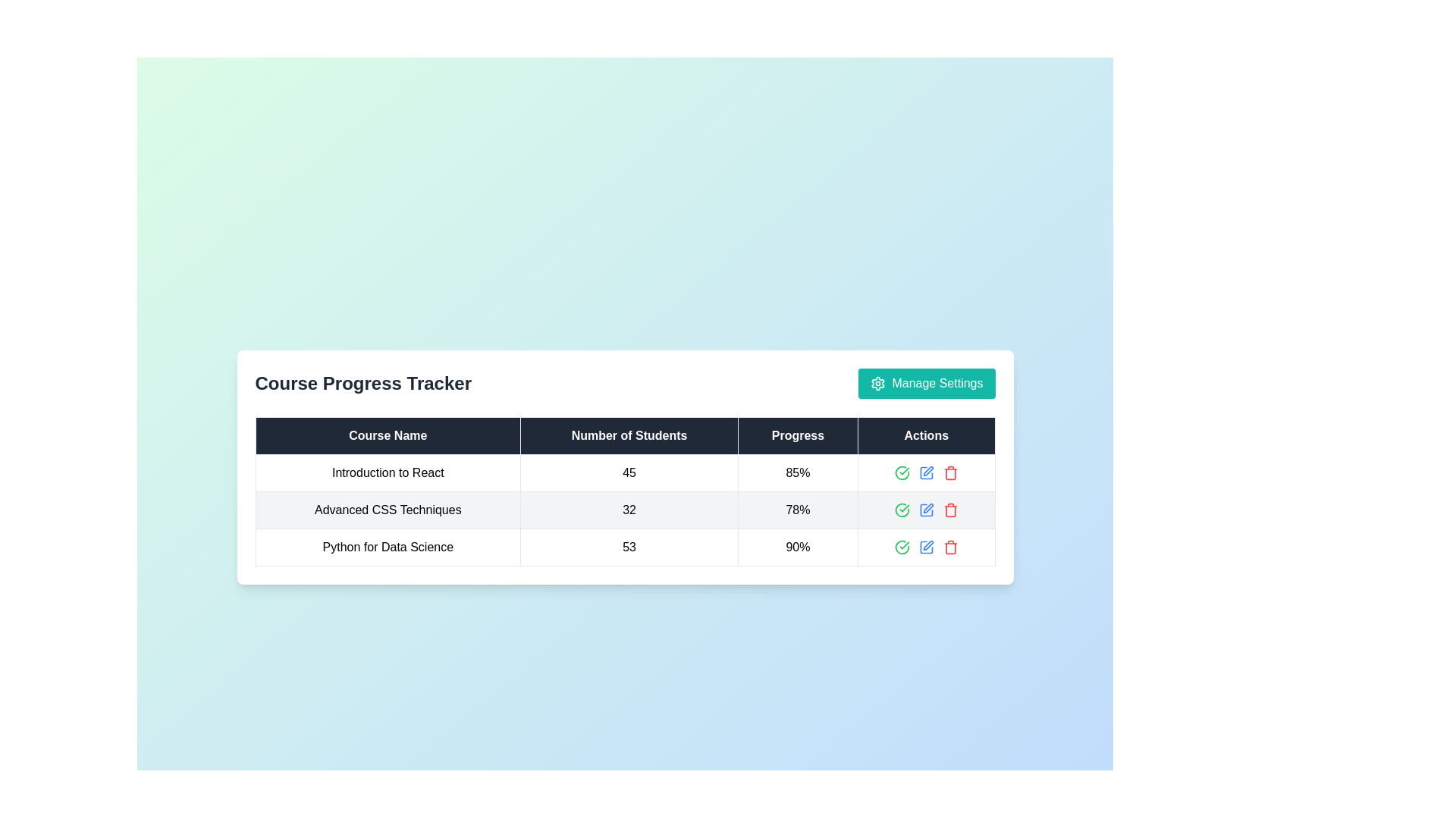 This screenshot has width=1456, height=819. Describe the element at coordinates (797, 472) in the screenshot. I see `the static text element displaying '85%' within the 'Progress' column of the 'Course Progress Tracker' table, which indicates the progress percentage for the course 'Introduction to React'` at that location.